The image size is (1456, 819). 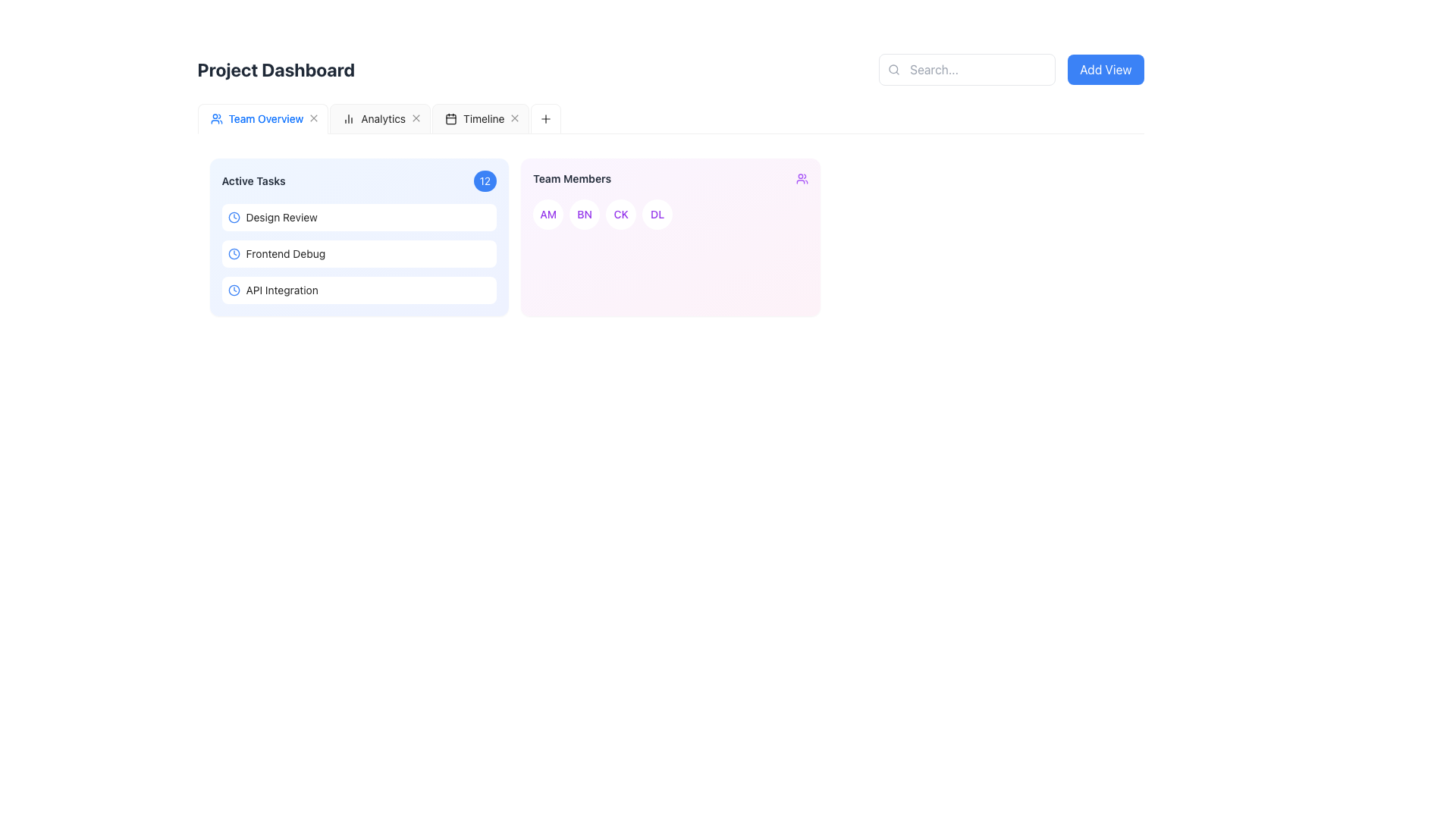 I want to click on the button located in the 'Team Overview' tab, so click(x=313, y=118).